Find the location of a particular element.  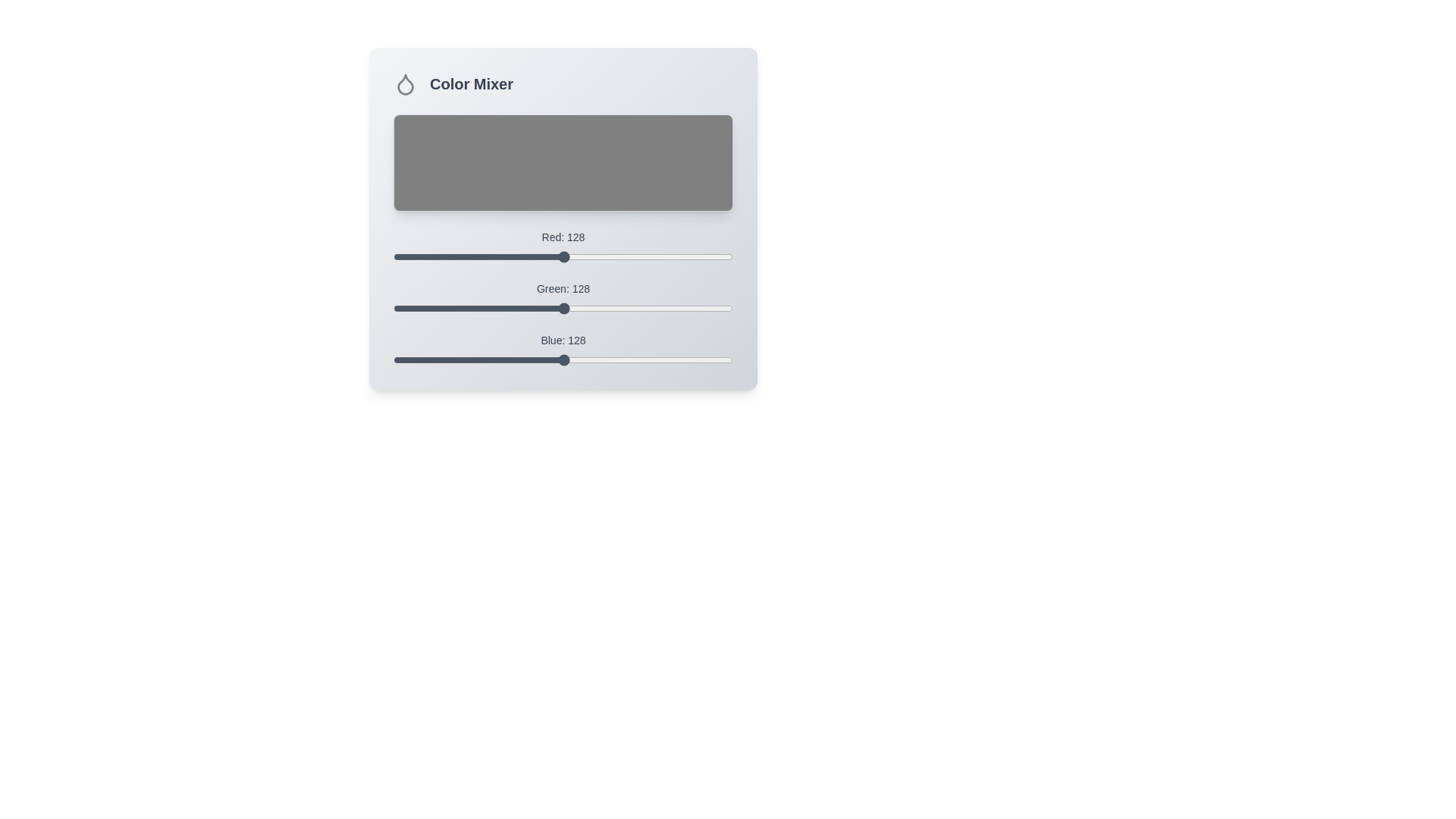

the red color slider to set the red value to 42 is located at coordinates (448, 256).